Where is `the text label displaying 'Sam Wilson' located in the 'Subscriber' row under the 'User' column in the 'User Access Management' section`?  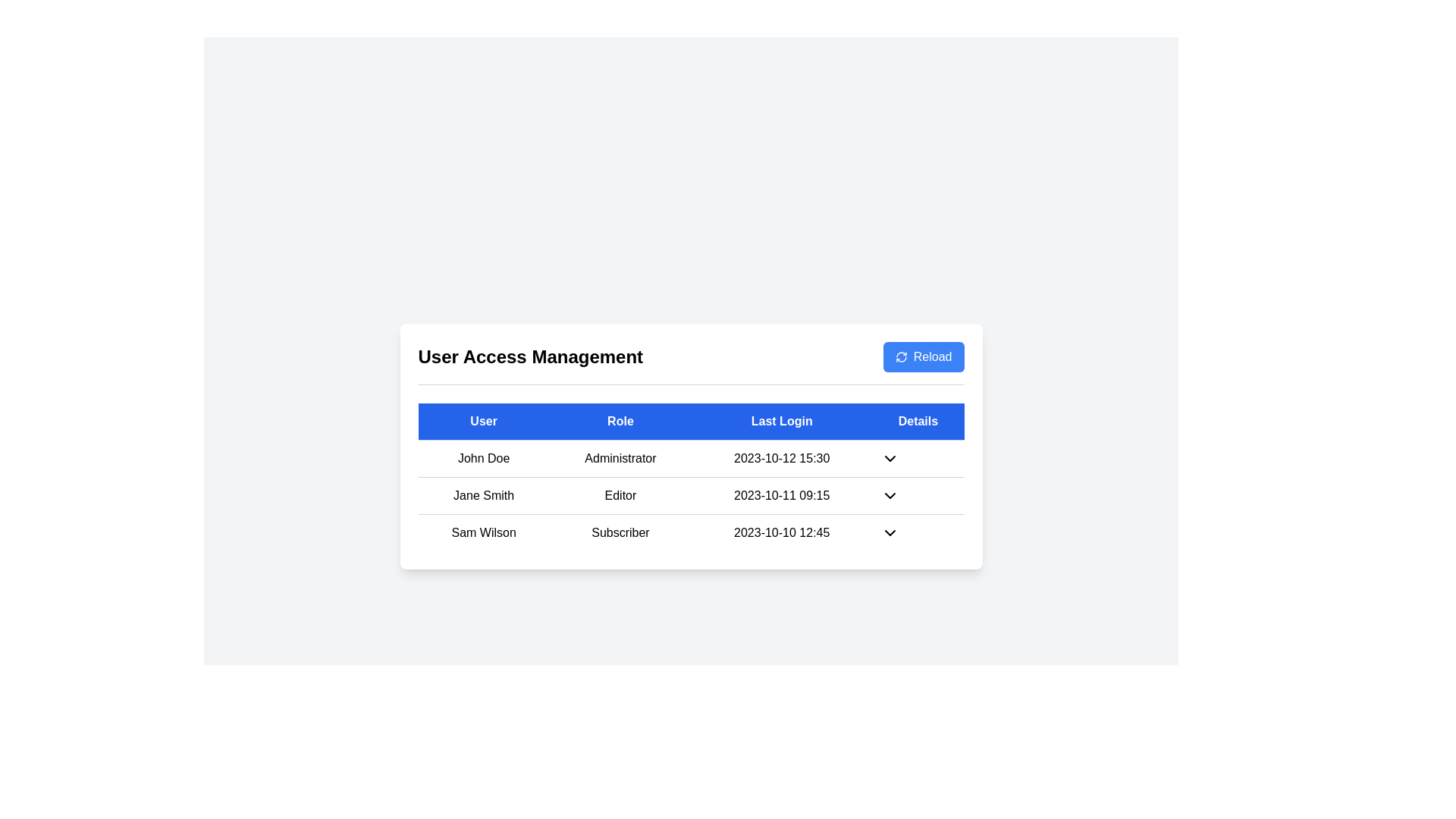
the text label displaying 'Sam Wilson' located in the 'Subscriber' row under the 'User' column in the 'User Access Management' section is located at coordinates (483, 532).